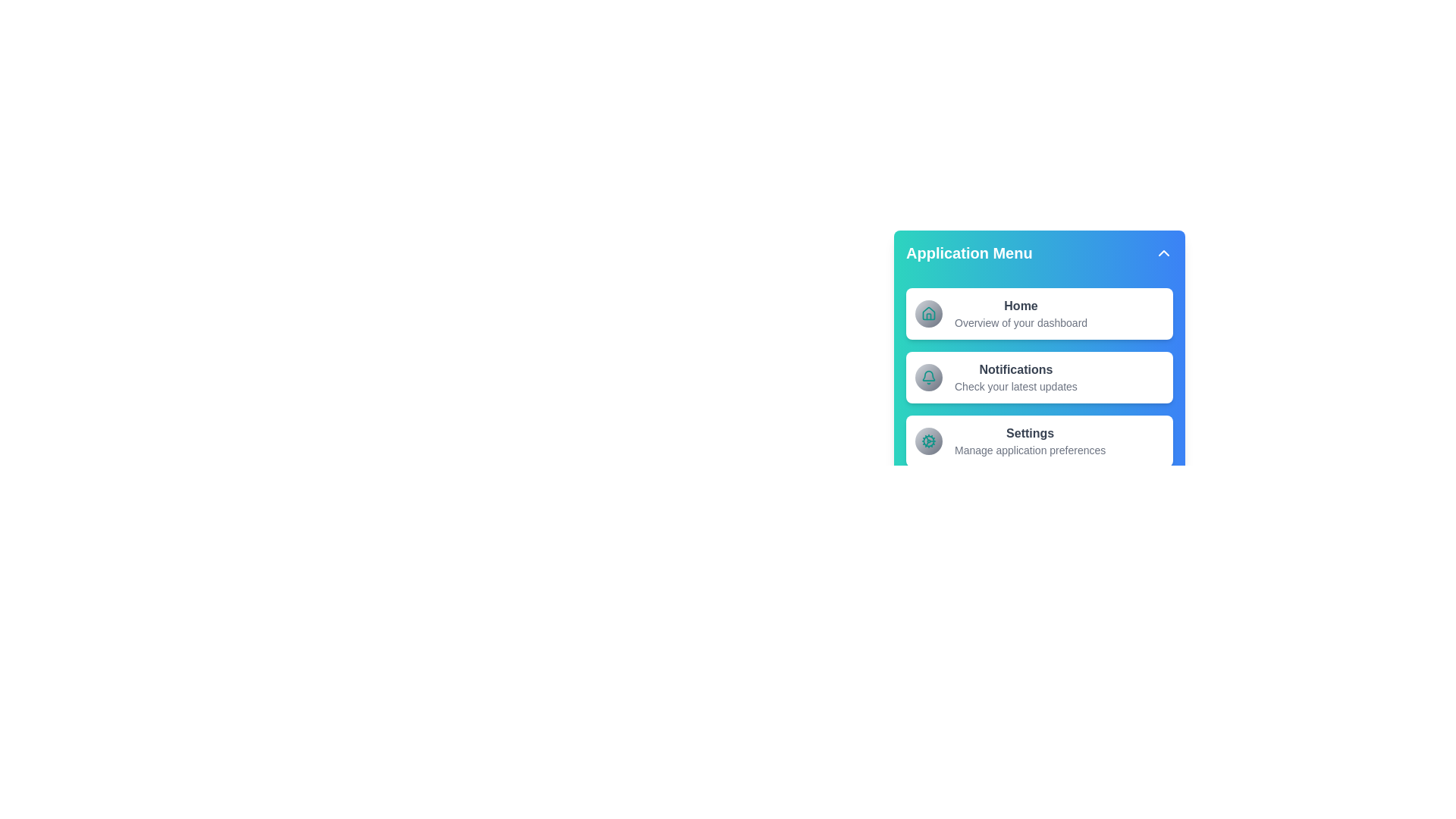  I want to click on the menu item Home and read its description, so click(953, 306).